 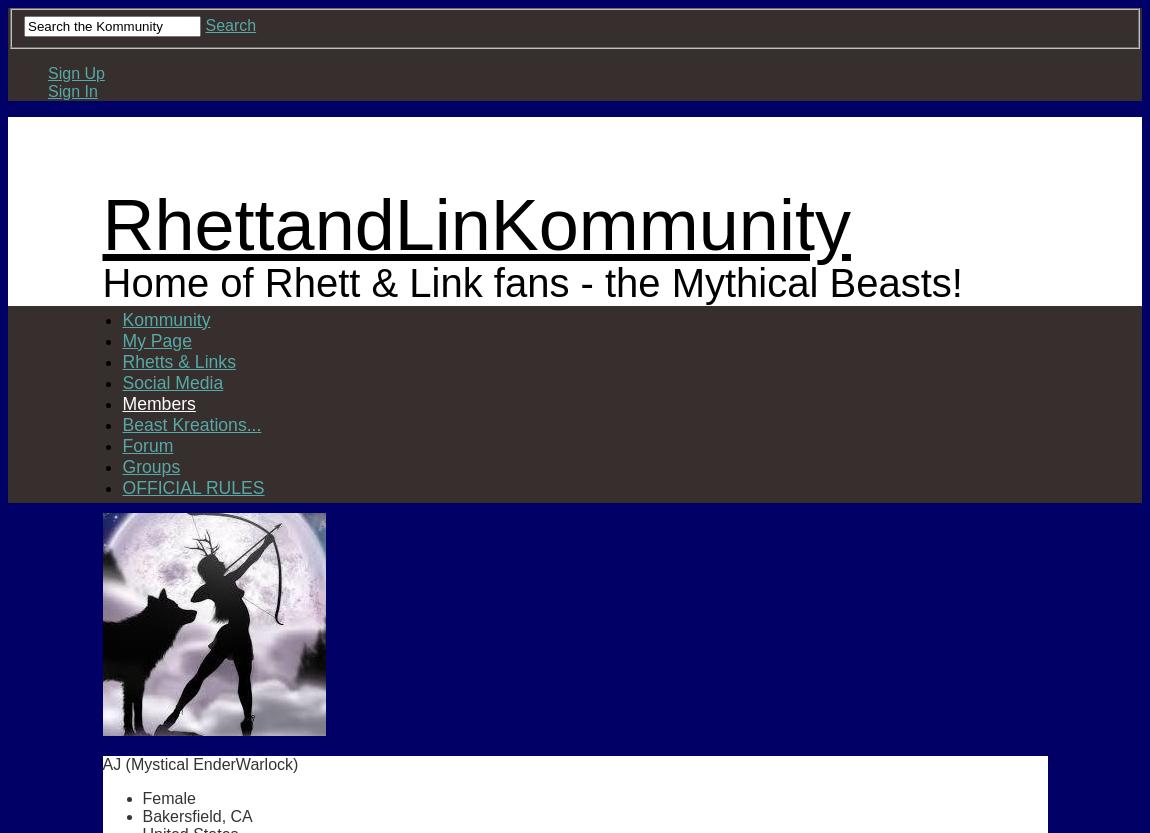 I want to click on 'Rhetts & Links', so click(x=177, y=361).